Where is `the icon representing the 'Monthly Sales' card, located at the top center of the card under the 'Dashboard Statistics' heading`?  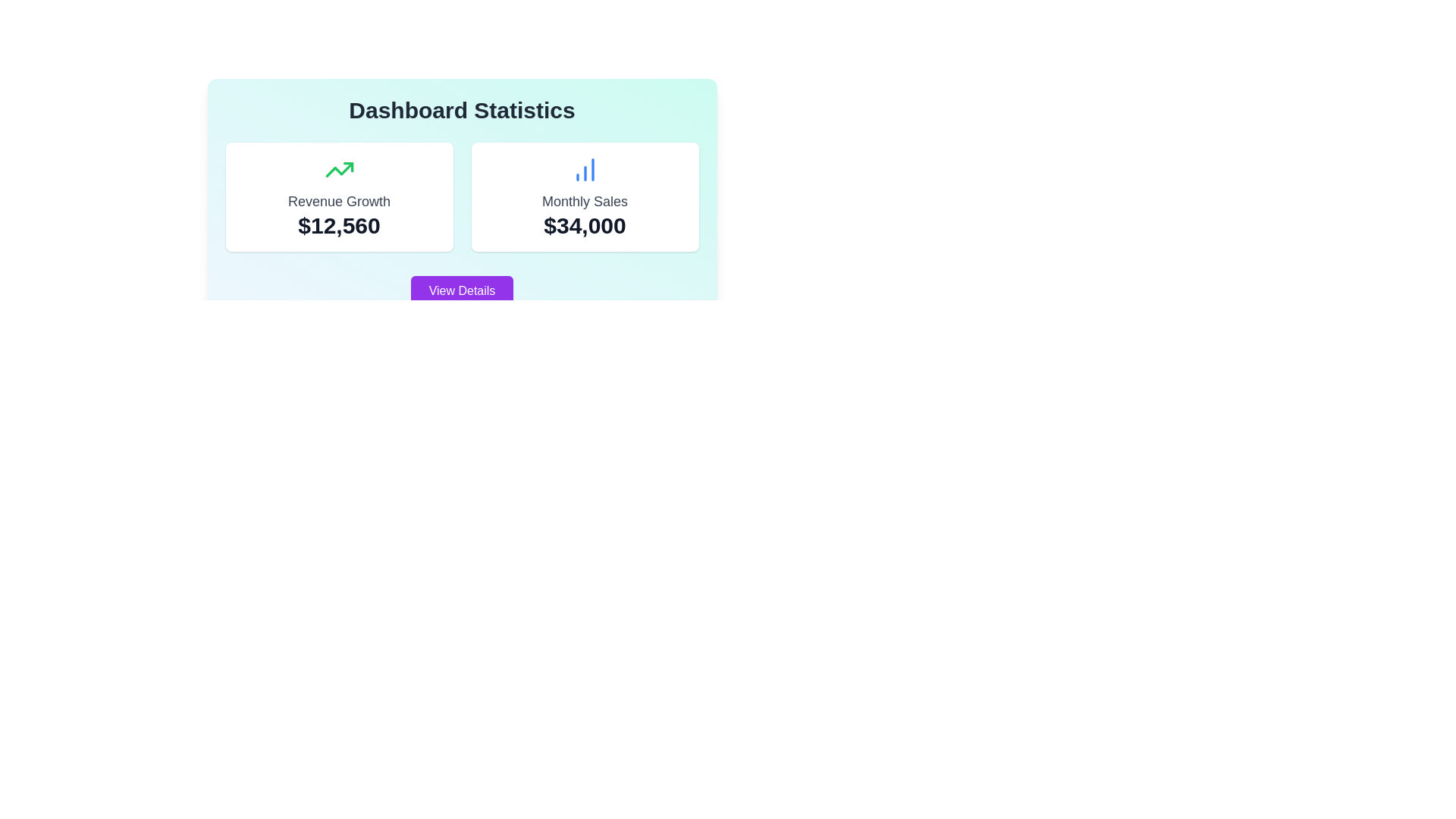
the icon representing the 'Monthly Sales' card, located at the top center of the card under the 'Dashboard Statistics' heading is located at coordinates (584, 169).